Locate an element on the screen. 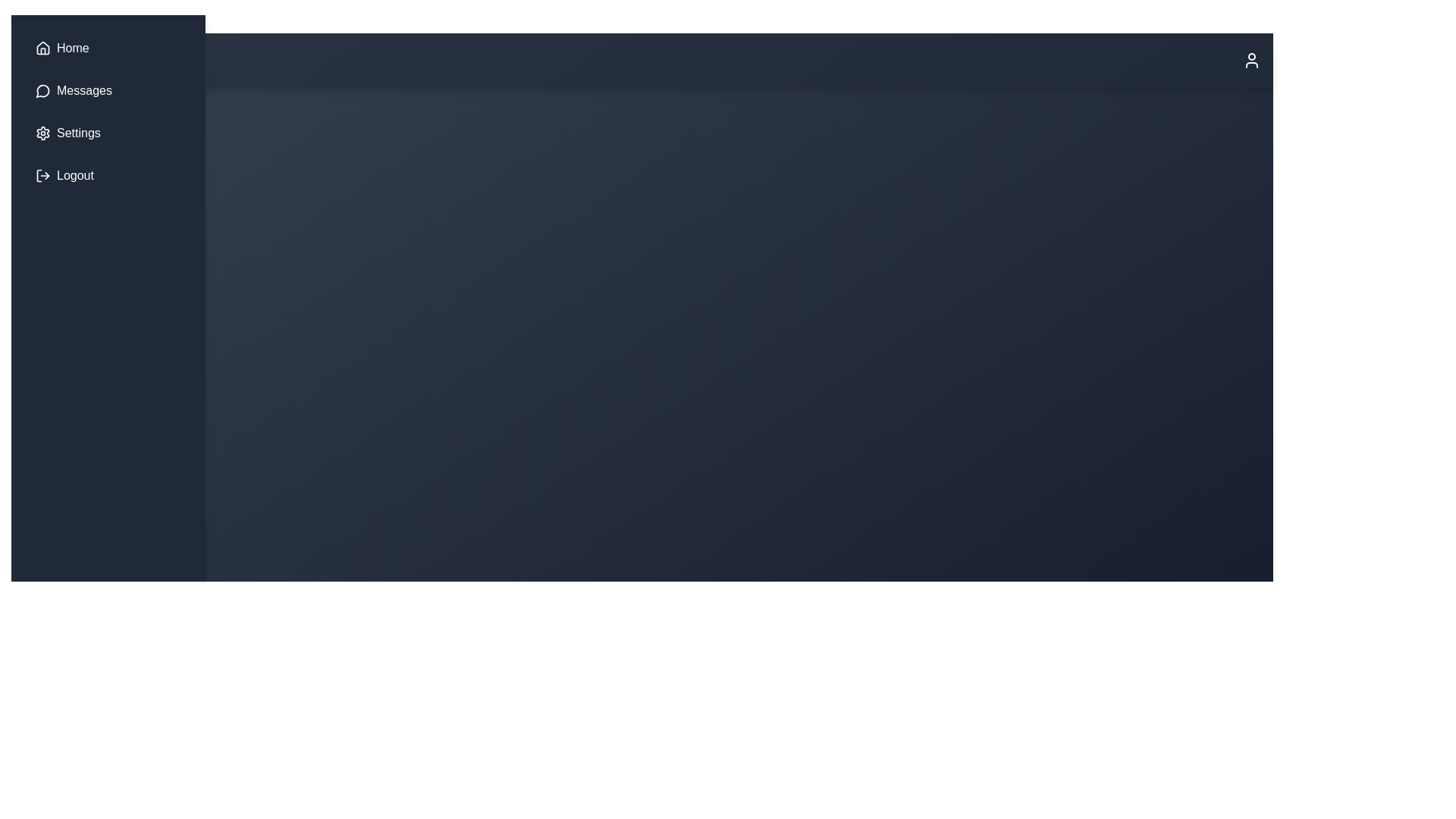  the Messages section in the navigation bar is located at coordinates (108, 90).